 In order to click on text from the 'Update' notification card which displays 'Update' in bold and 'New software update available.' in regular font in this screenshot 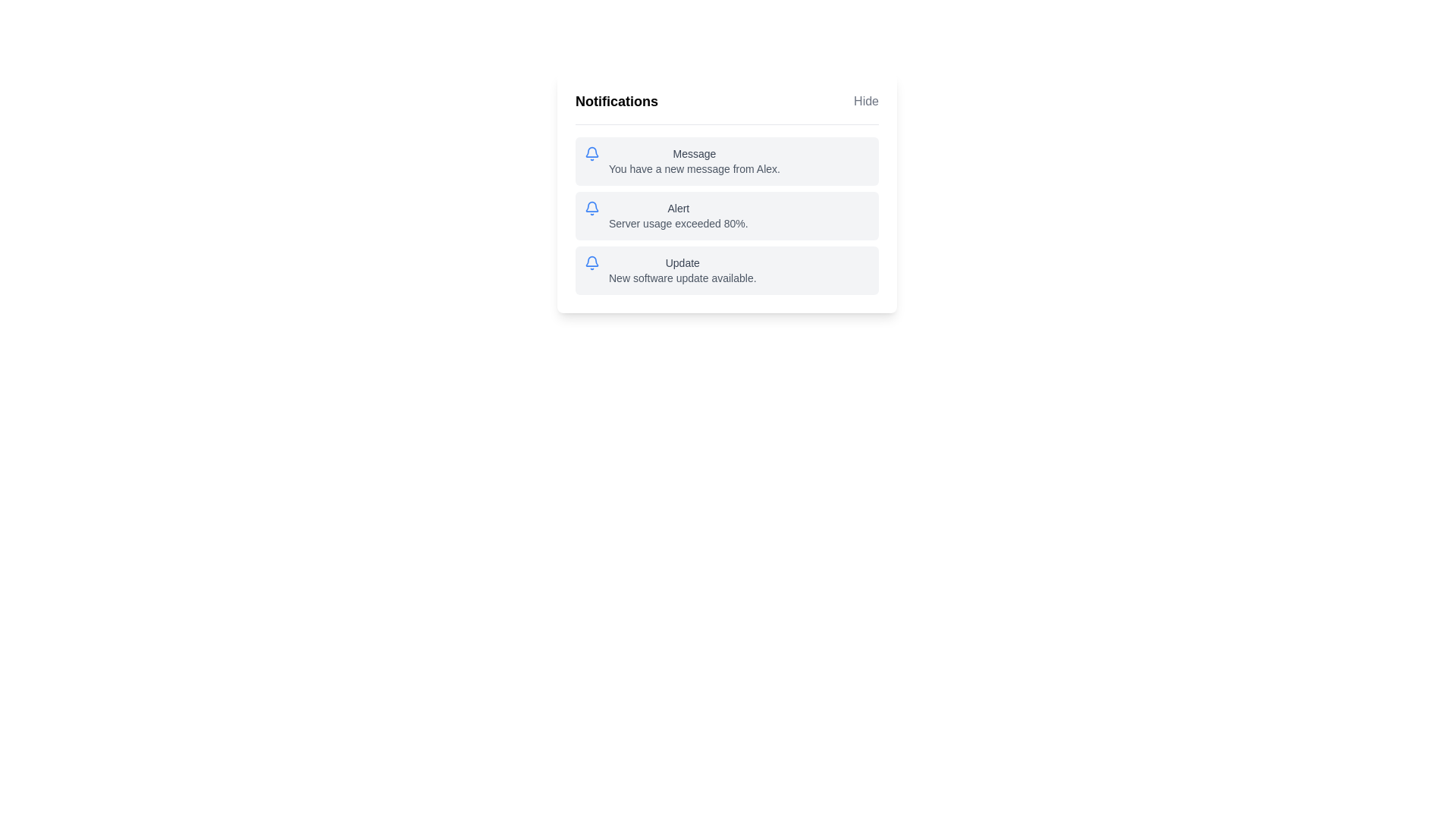, I will do `click(682, 270)`.